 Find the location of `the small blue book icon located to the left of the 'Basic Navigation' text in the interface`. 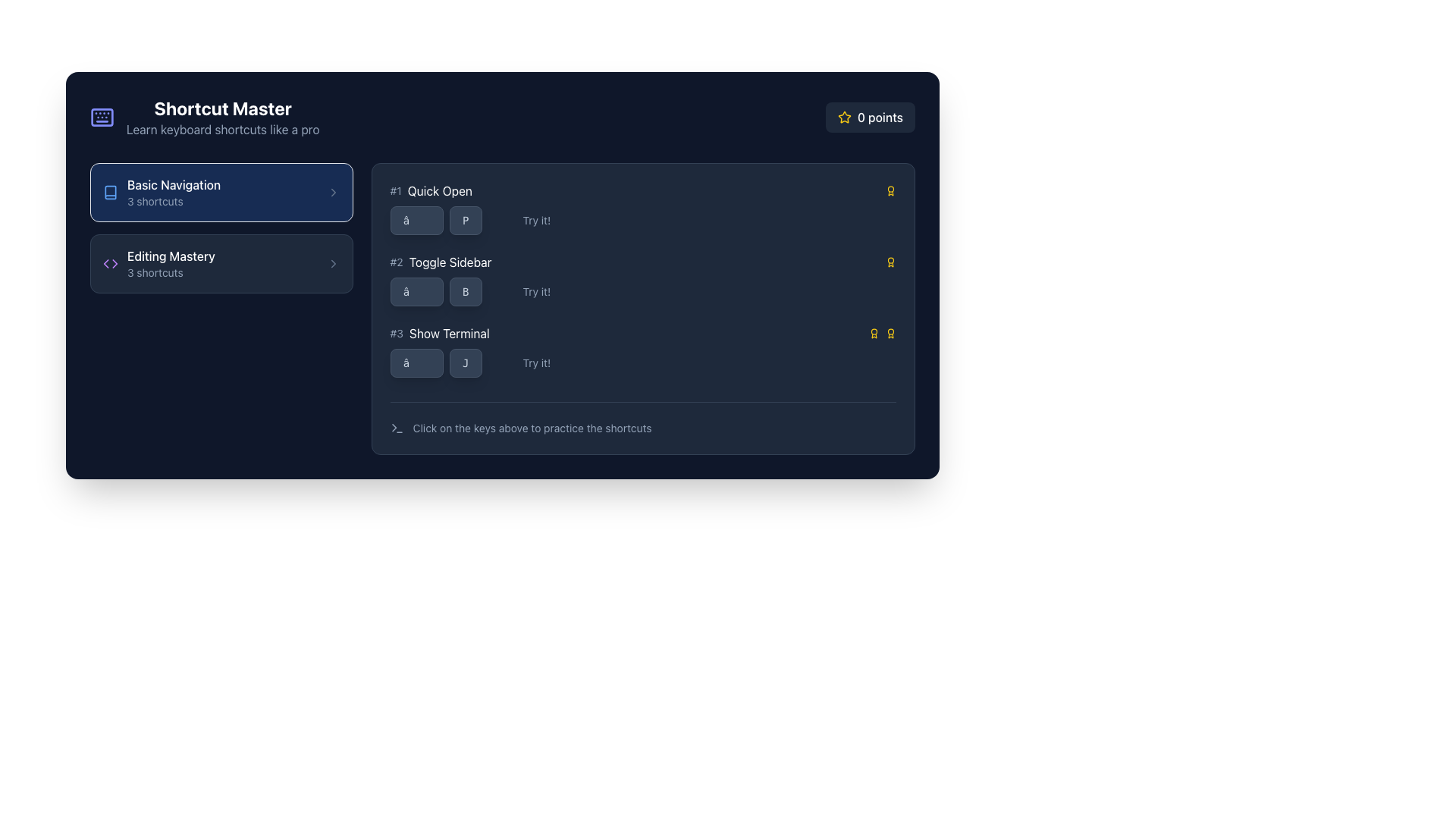

the small blue book icon located to the left of the 'Basic Navigation' text in the interface is located at coordinates (109, 192).